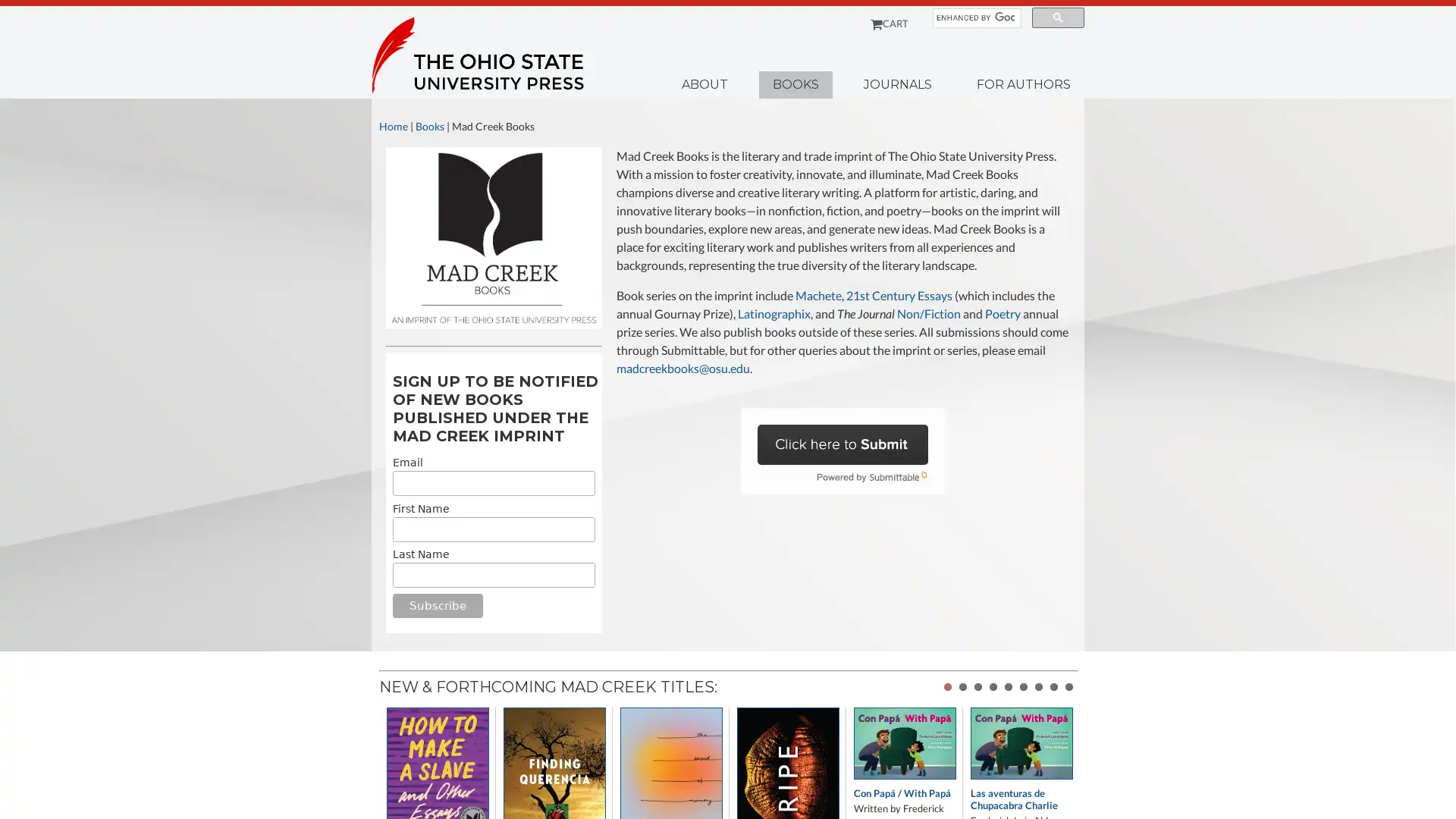  Describe the element at coordinates (1037, 687) in the screenshot. I see `7` at that location.